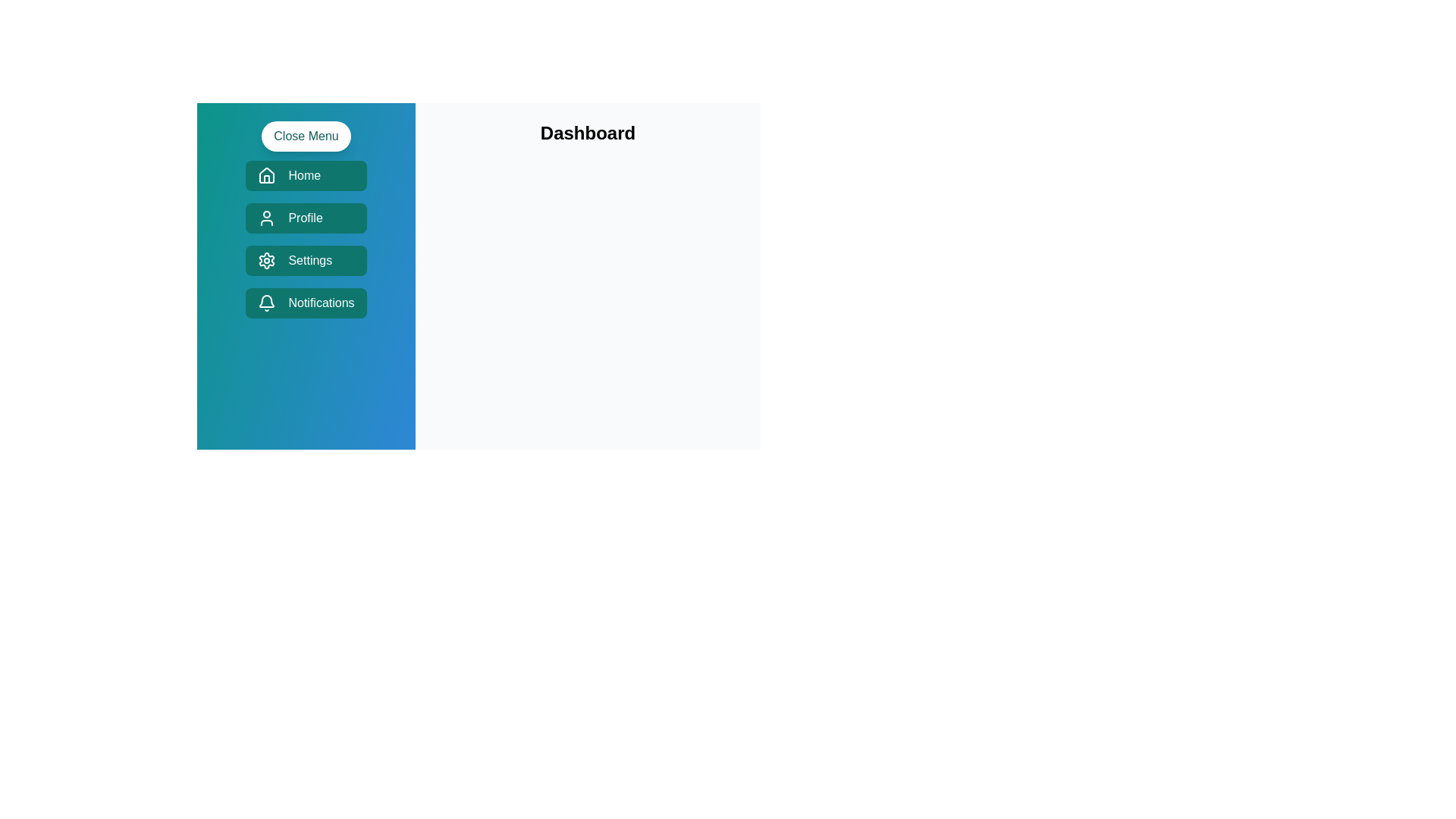  I want to click on the settings gear icon located in the vertical menu on the left-hand side, positioned below the Profile button and above the Notifications button, so click(267, 259).